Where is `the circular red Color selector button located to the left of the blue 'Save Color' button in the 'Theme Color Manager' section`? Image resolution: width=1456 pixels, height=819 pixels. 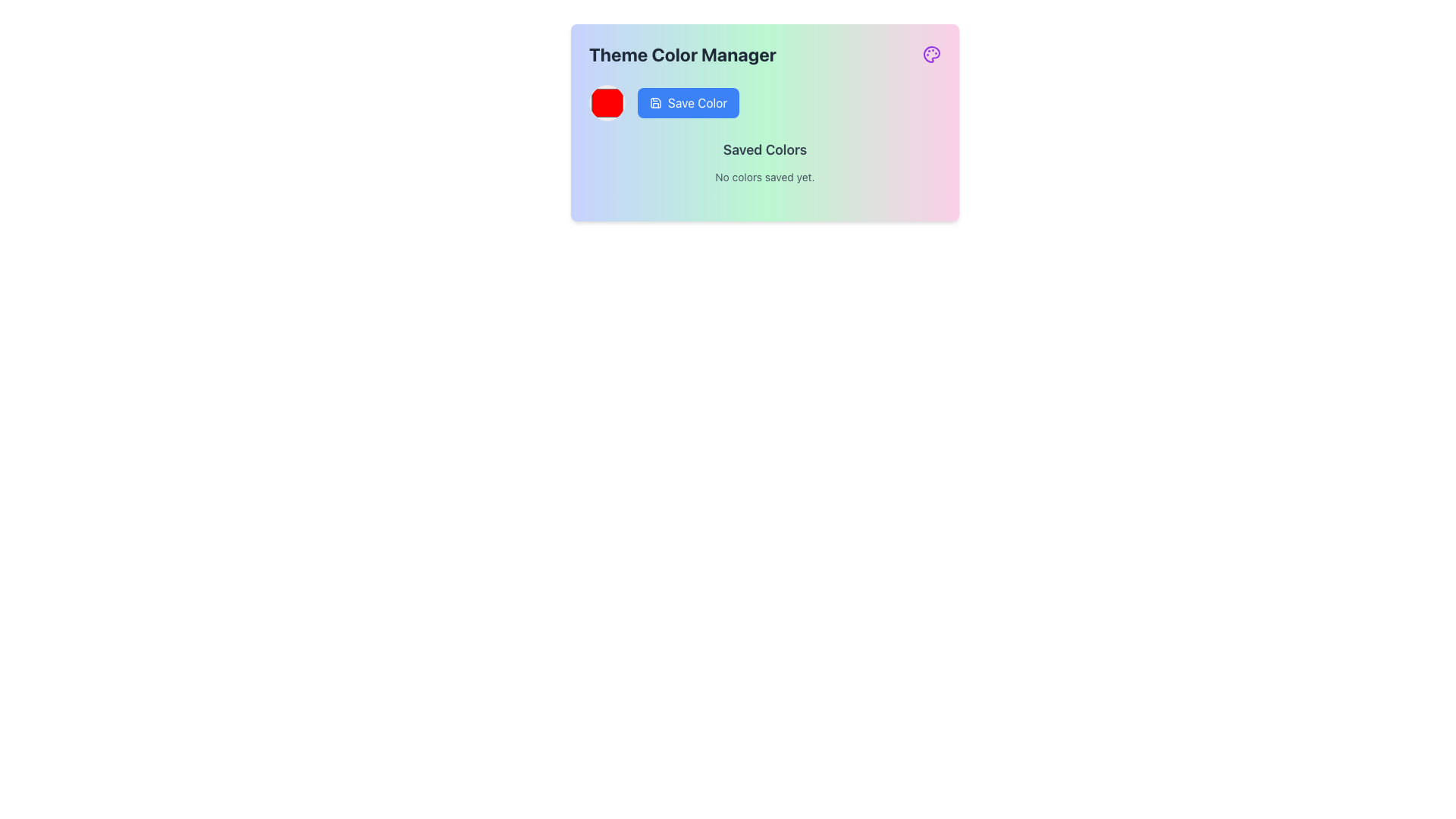 the circular red Color selector button located to the left of the blue 'Save Color' button in the 'Theme Color Manager' section is located at coordinates (607, 102).